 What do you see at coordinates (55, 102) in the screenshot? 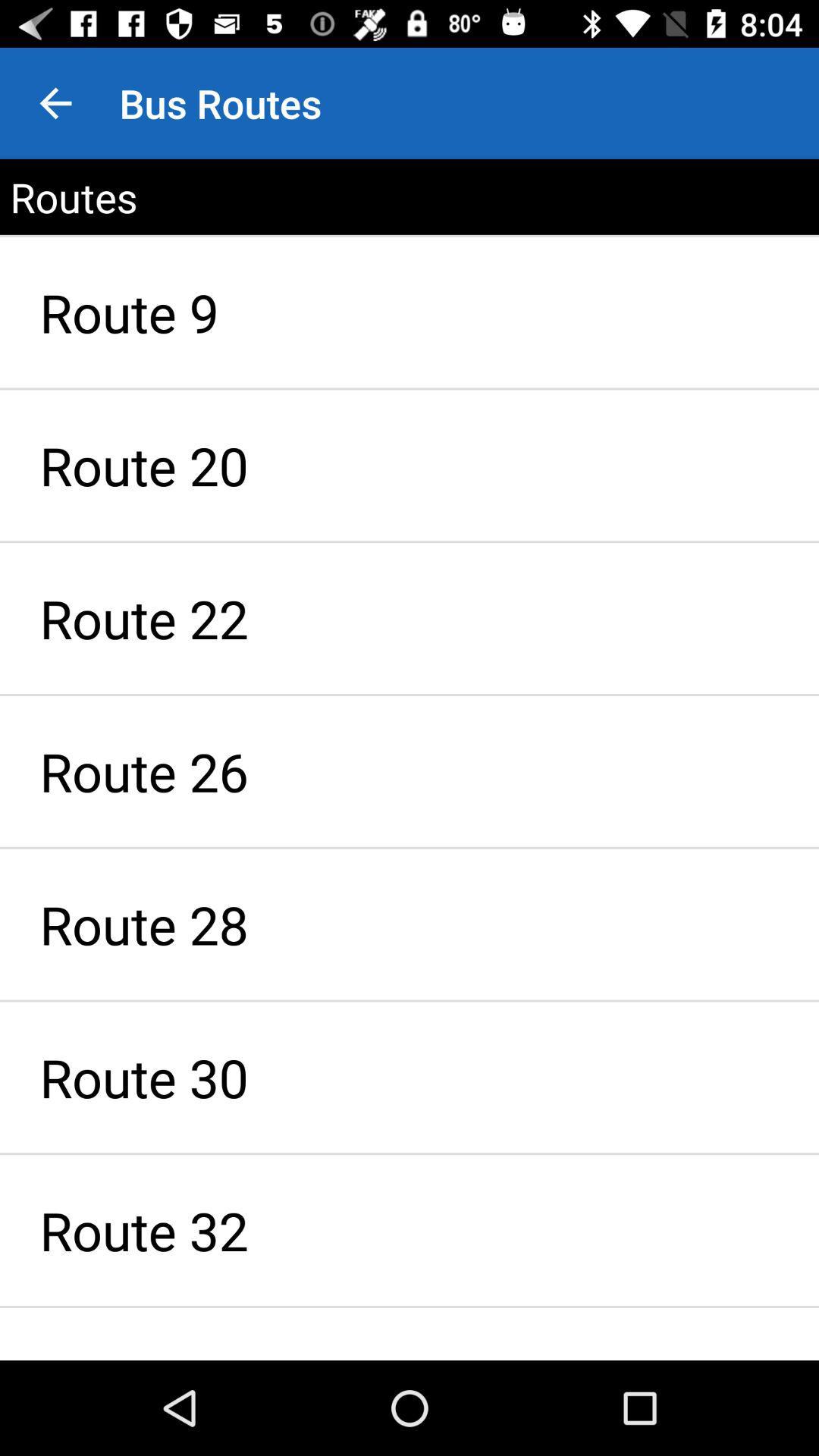
I see `the app next to the bus routes item` at bounding box center [55, 102].